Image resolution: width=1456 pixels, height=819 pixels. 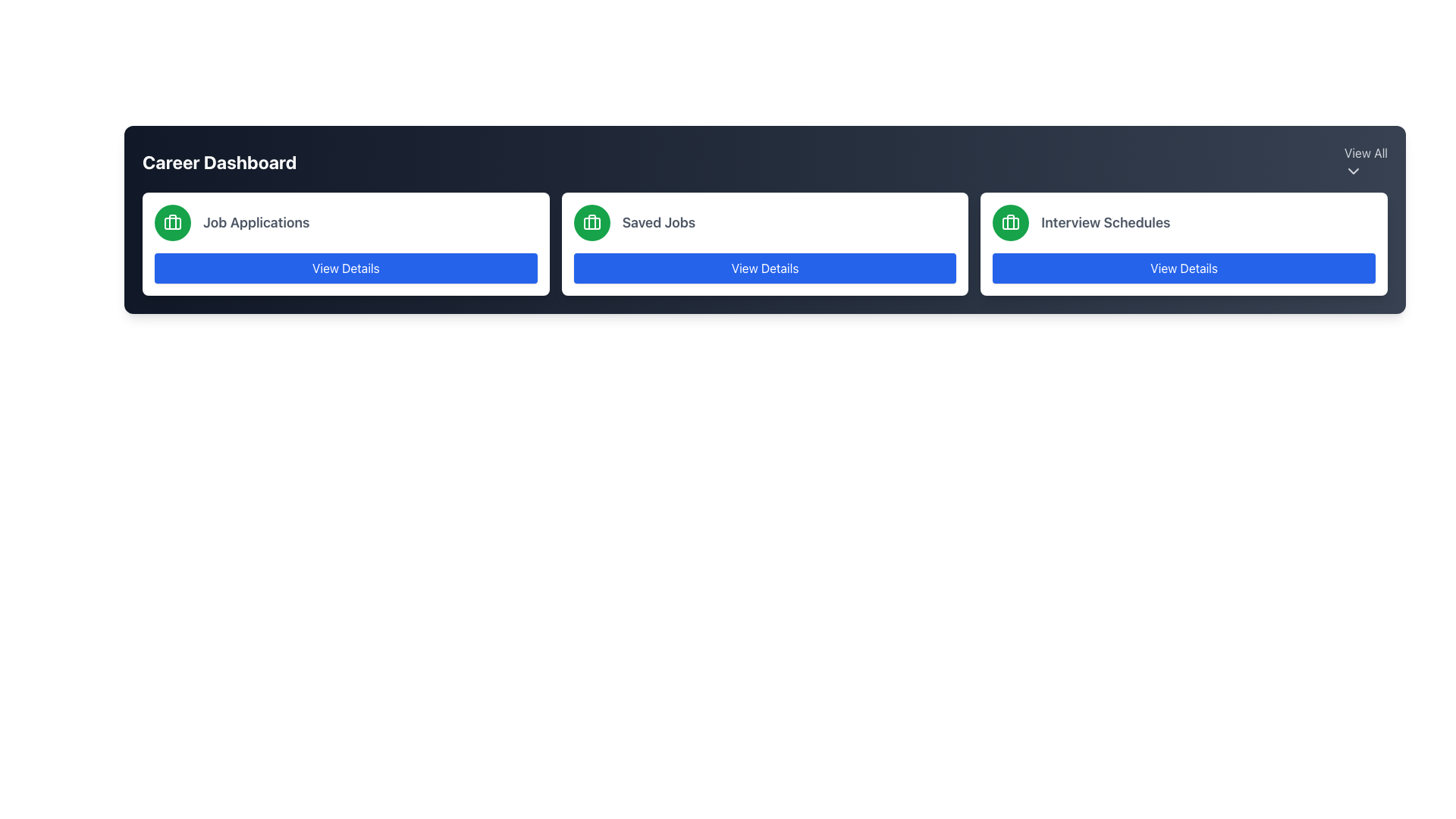 What do you see at coordinates (1106, 222) in the screenshot?
I see `the Text Label that serves as the title for the 'Interview Schedules' section, located below the briefcase icon on the rightmost panel` at bounding box center [1106, 222].